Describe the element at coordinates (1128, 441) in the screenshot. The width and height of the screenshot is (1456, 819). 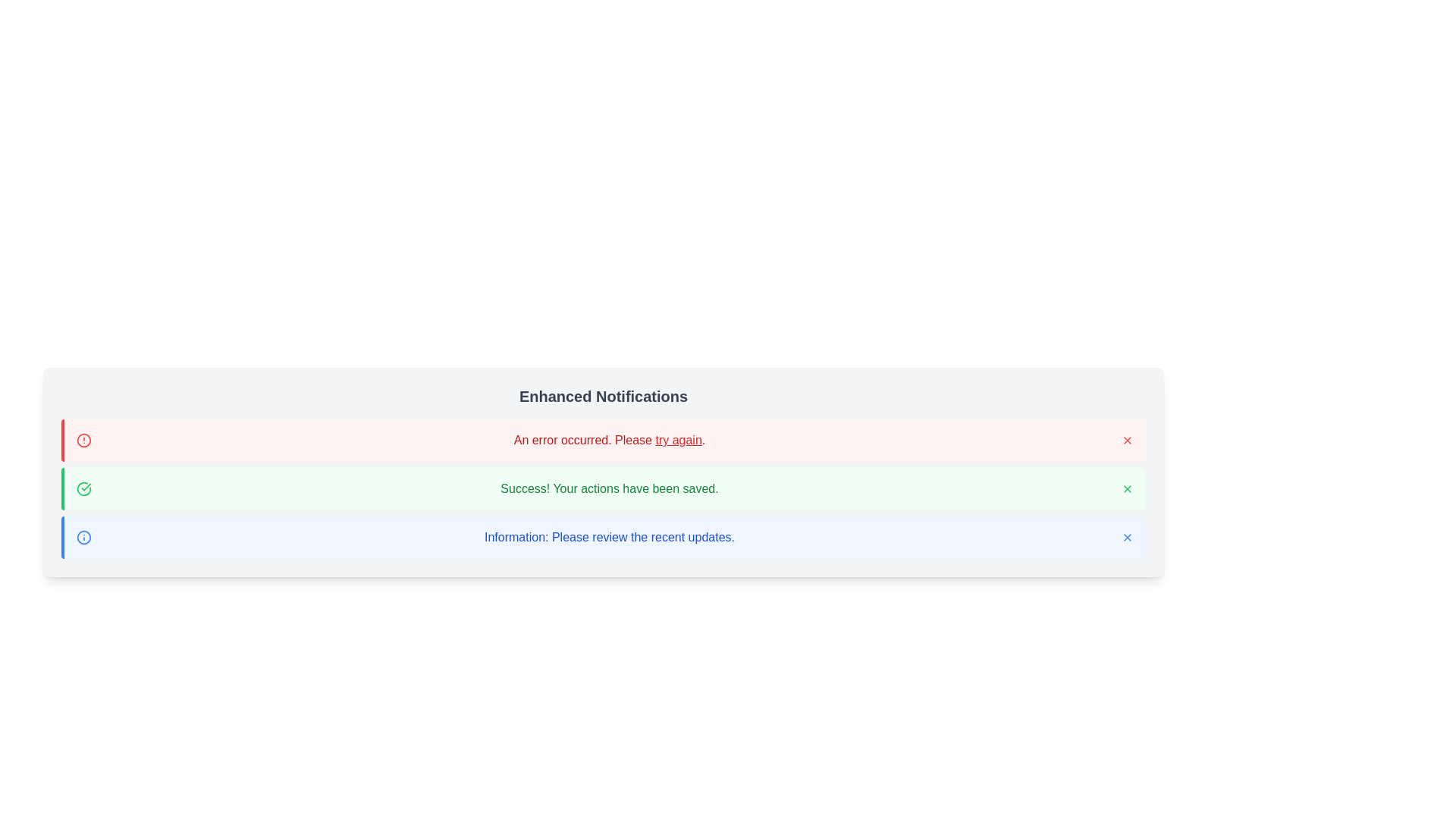
I see `the Close Button (Interactive Icon) located at the top-right corner of the notification box displaying the error message 'An error occurred. Please try again.'` at that location.